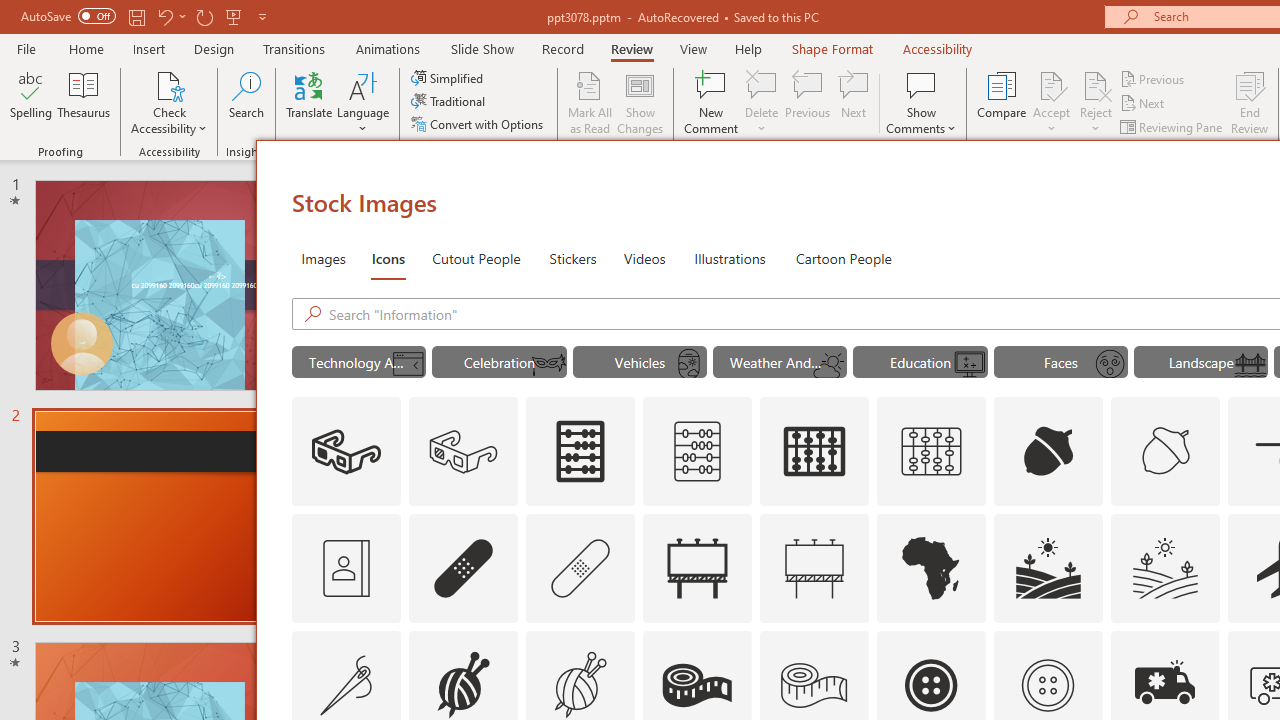 The image size is (1280, 720). Describe the element at coordinates (359, 362) in the screenshot. I see `'"Technology And Electronics" Icons.'` at that location.